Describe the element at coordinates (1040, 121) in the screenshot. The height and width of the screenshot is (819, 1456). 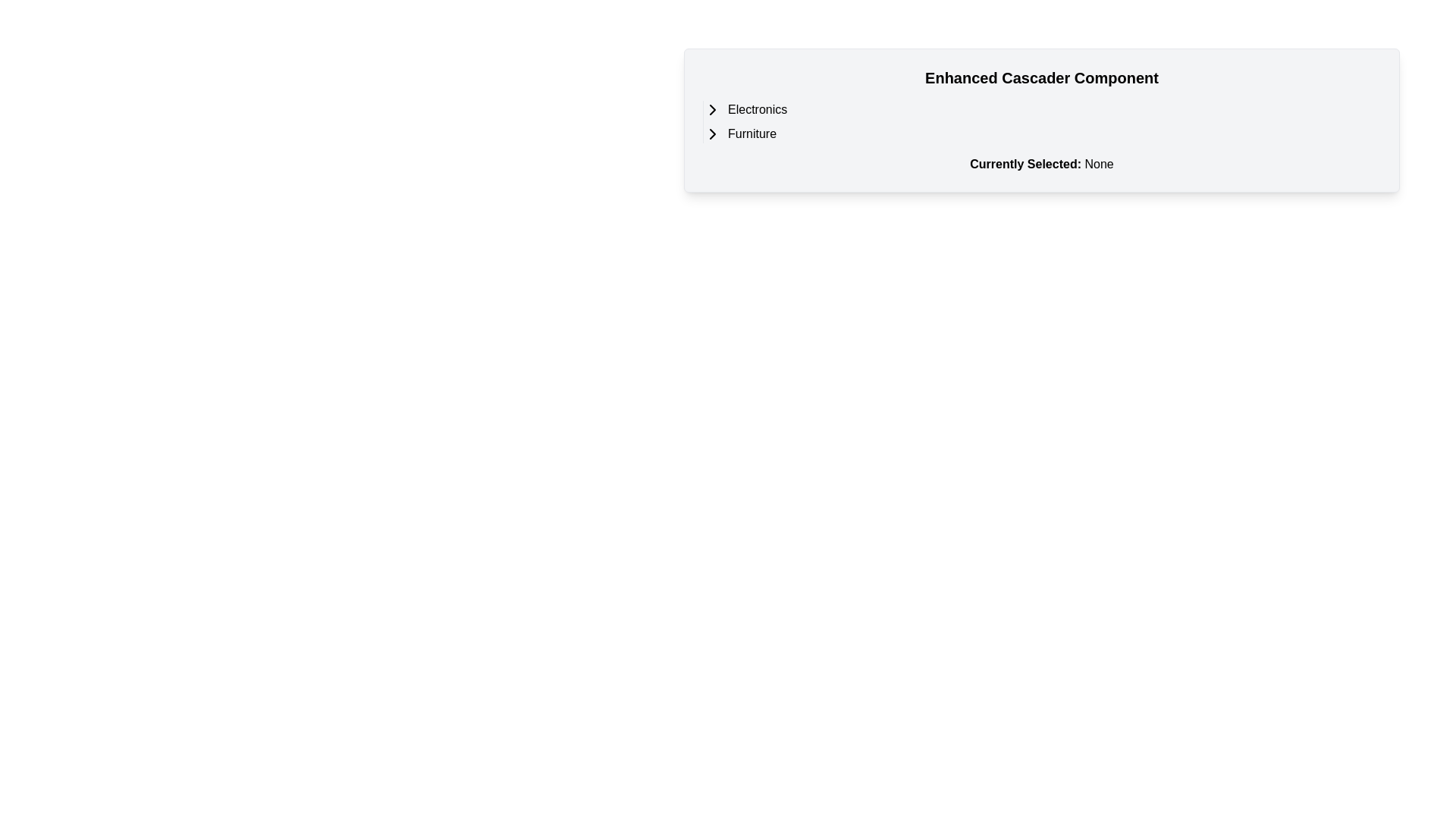
I see `the 'Electronics' and 'Furniture' category list` at that location.